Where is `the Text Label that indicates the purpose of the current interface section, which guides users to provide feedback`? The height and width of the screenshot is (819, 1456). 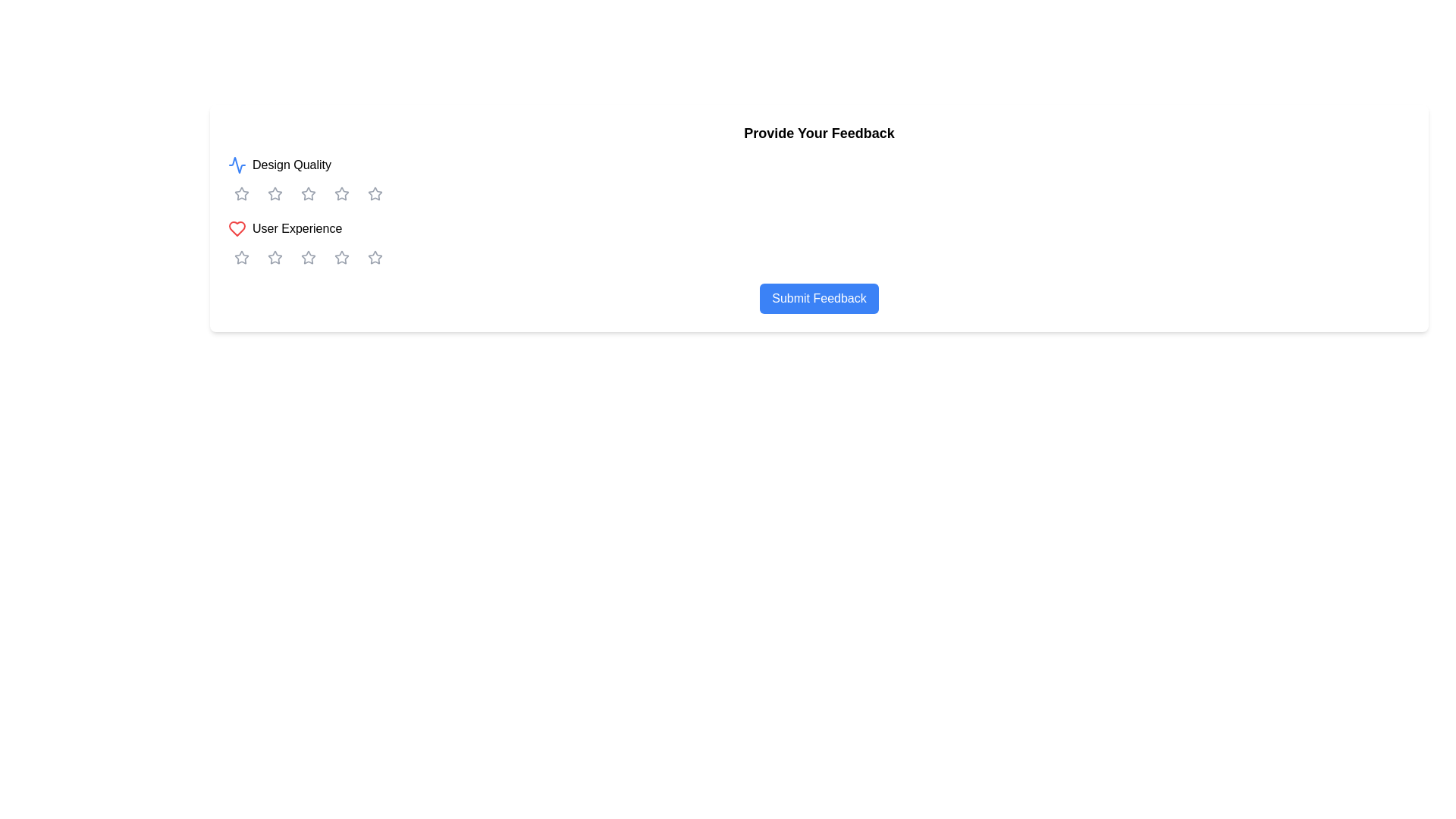 the Text Label that indicates the purpose of the current interface section, which guides users to provide feedback is located at coordinates (818, 133).